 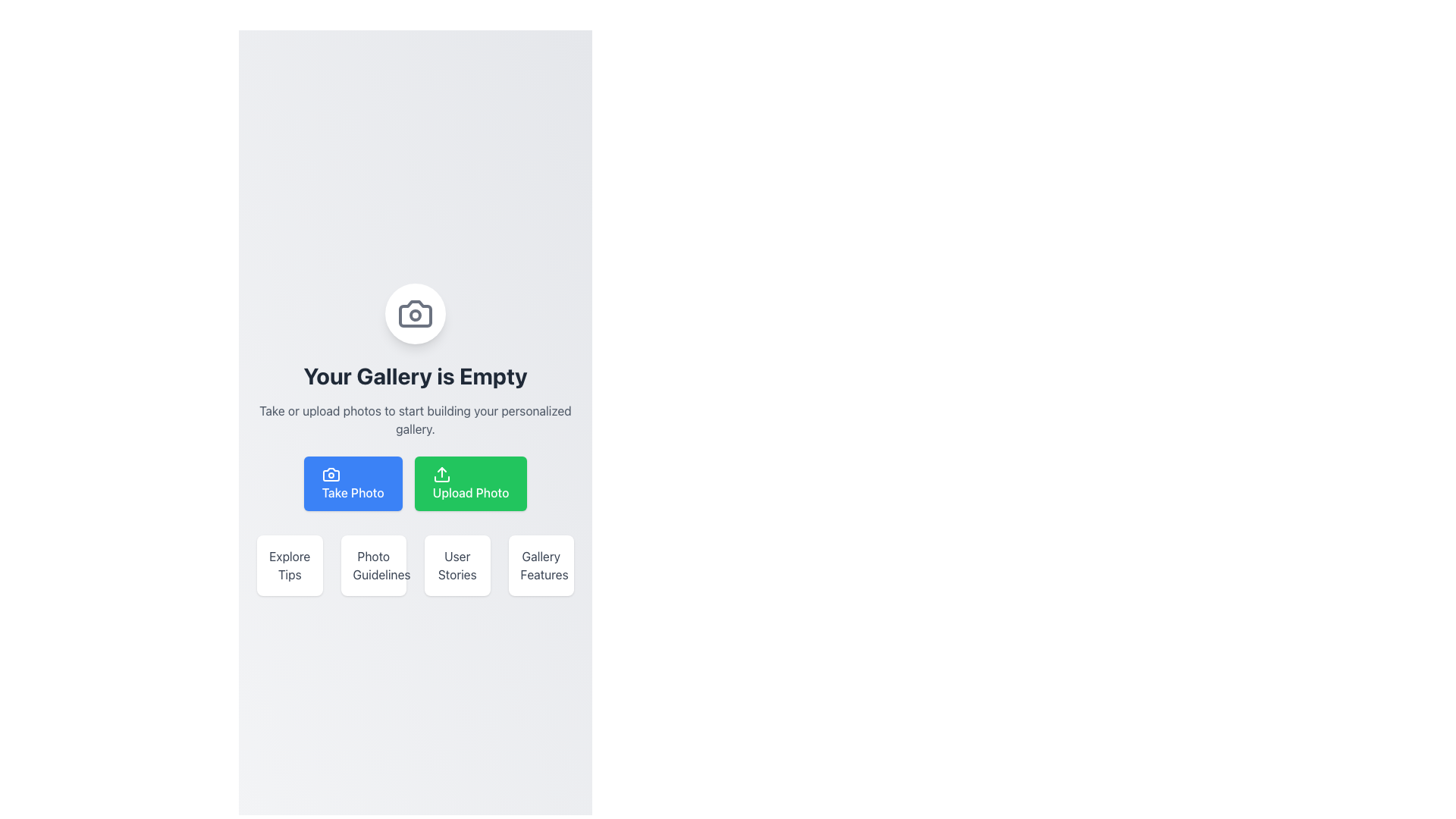 What do you see at coordinates (415, 315) in the screenshot?
I see `the small circular shape within the camera icon graphic, which represents the lens of the camera design in the SVG component` at bounding box center [415, 315].